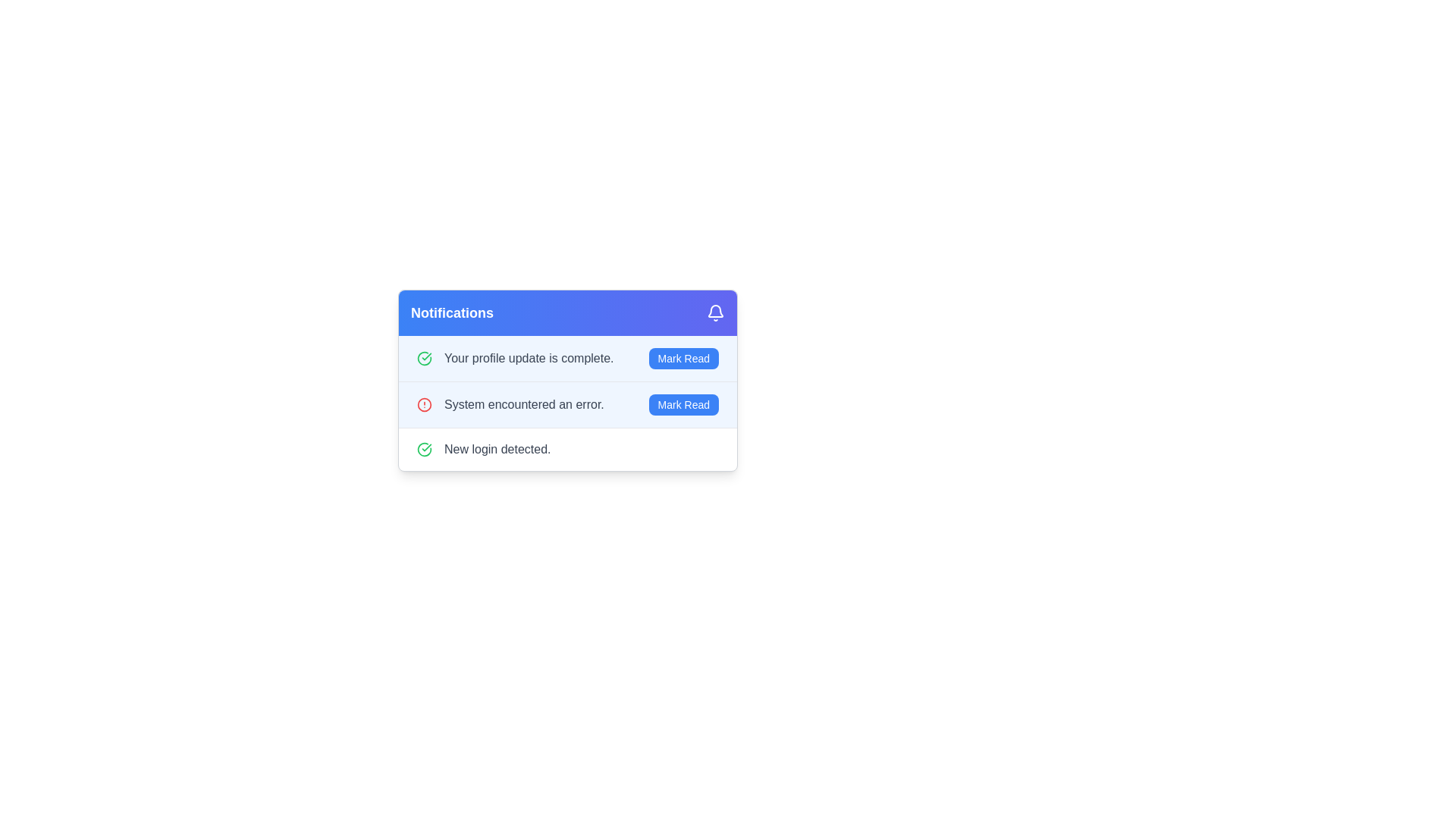 Image resolution: width=1456 pixels, height=819 pixels. What do you see at coordinates (451, 312) in the screenshot?
I see `text label displaying 'Notifications' in a large, bold font located in the header section of the notification panel` at bounding box center [451, 312].